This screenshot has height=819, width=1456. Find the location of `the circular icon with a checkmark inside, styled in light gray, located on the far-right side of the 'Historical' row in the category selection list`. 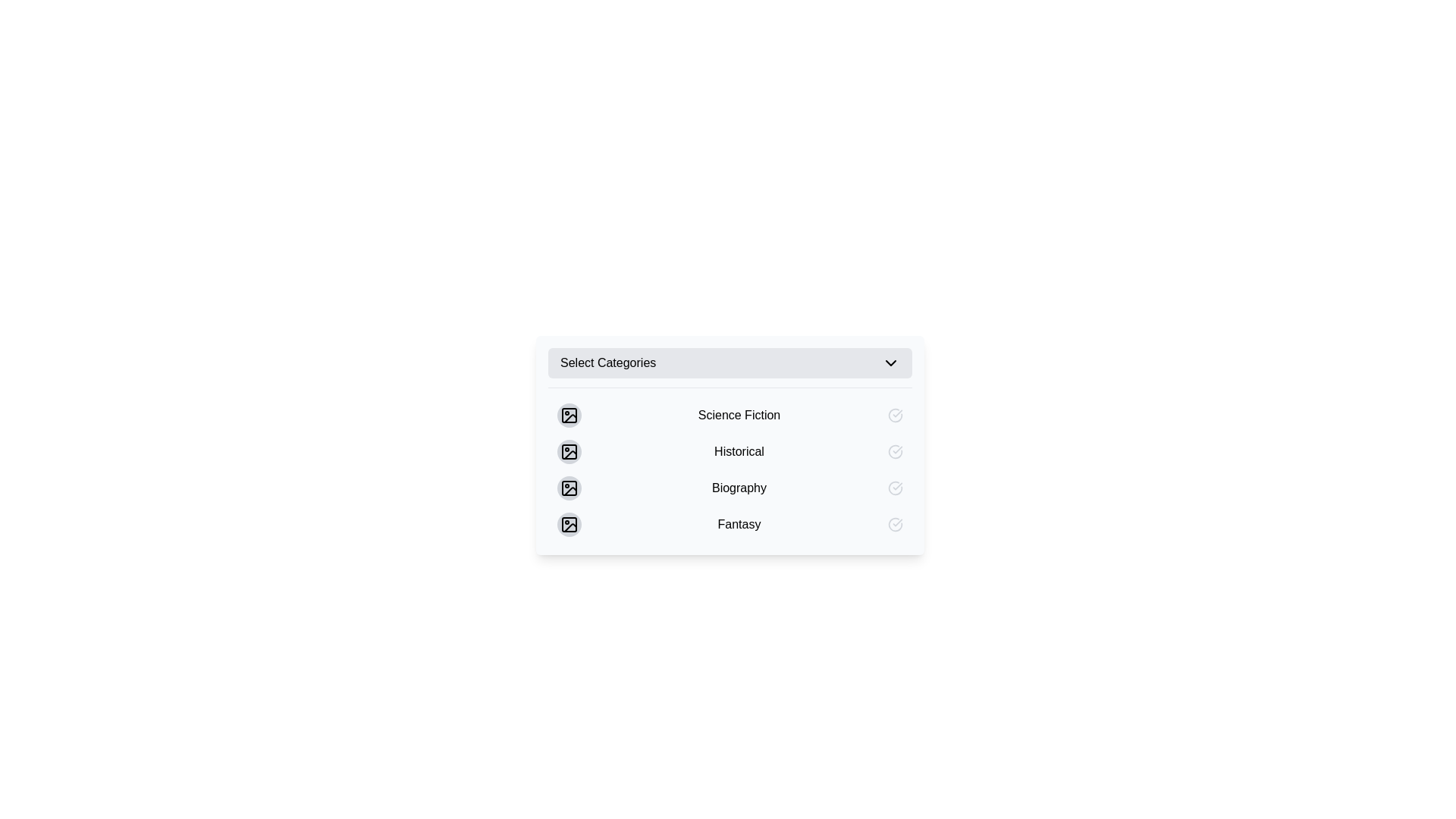

the circular icon with a checkmark inside, styled in light gray, located on the far-right side of the 'Historical' row in the category selection list is located at coordinates (895, 451).